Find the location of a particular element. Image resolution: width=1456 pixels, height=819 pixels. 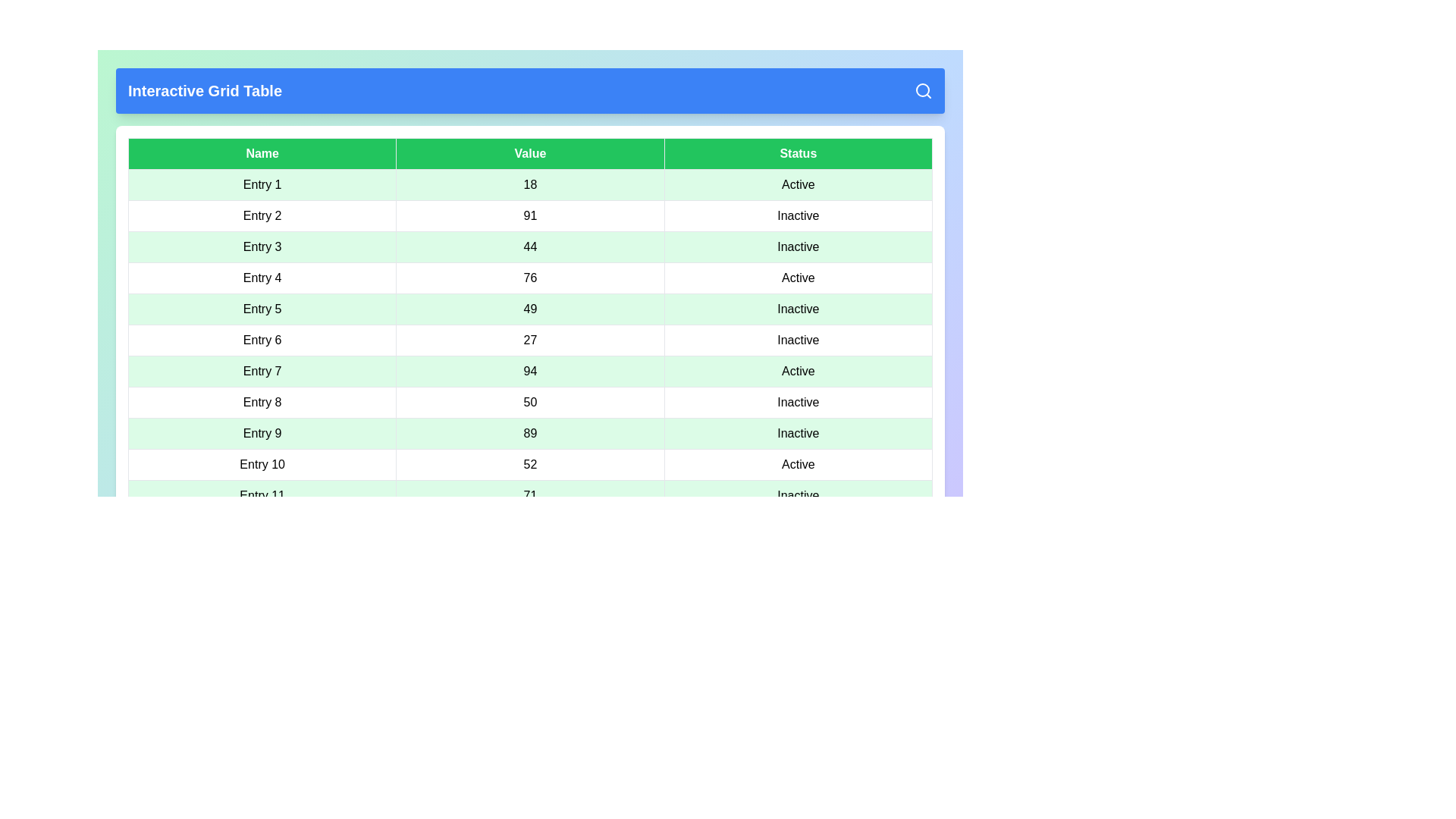

the column header 'Name' to sort the table by that column is located at coordinates (262, 154).